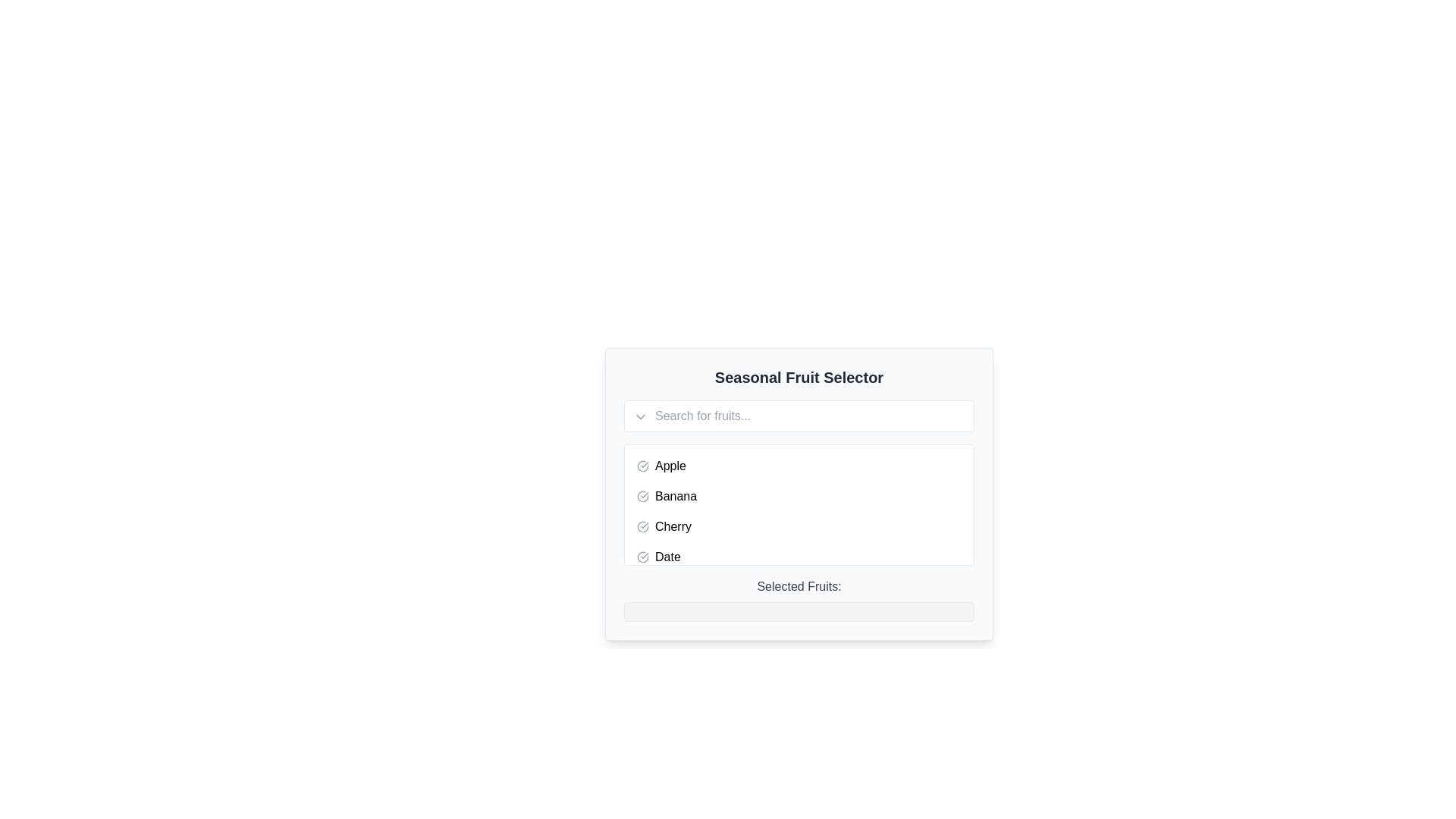  I want to click on on the fourth list item labeled 'Date' in the Seasonal Fruit Selector, so click(799, 557).